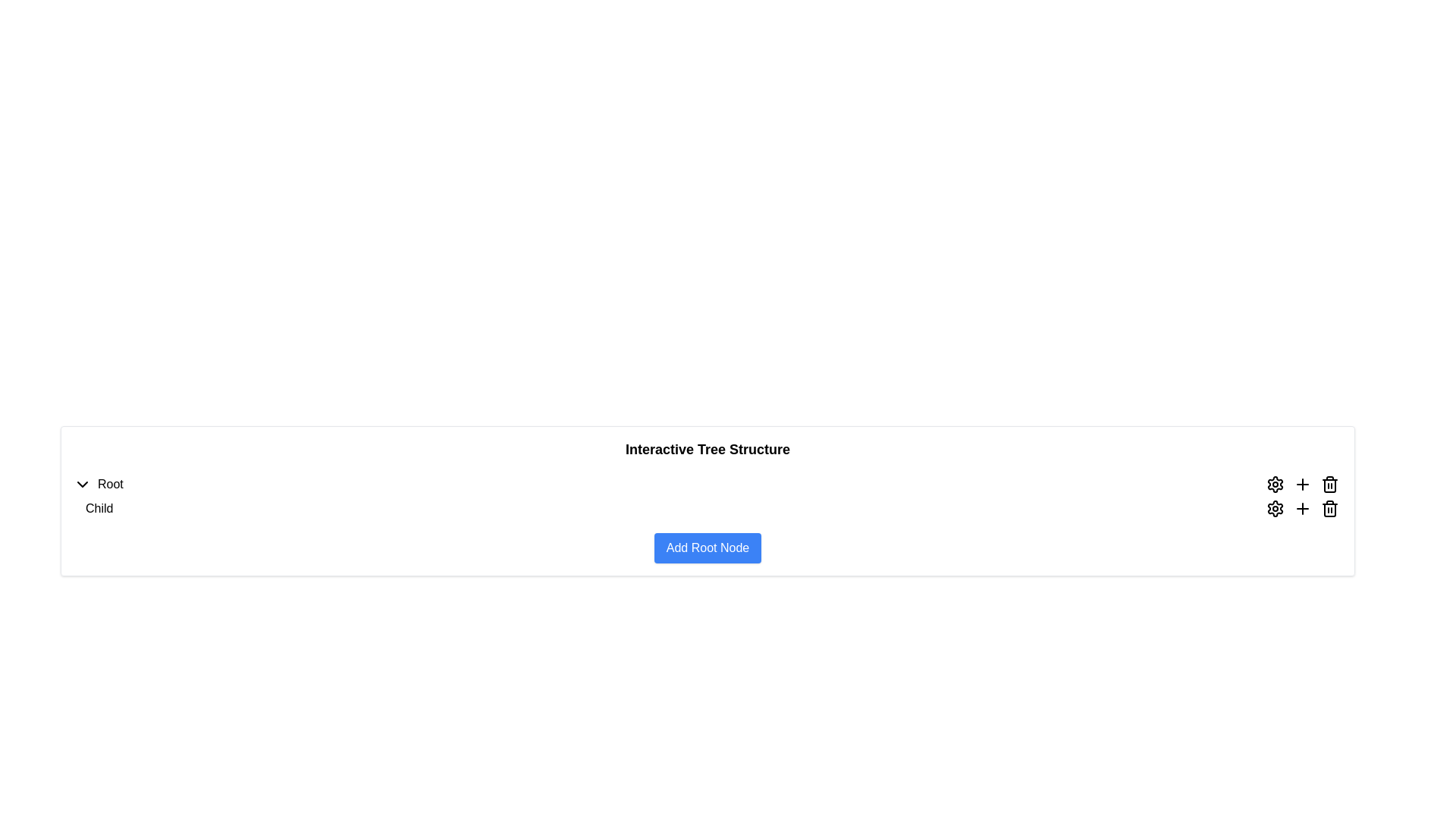 Image resolution: width=1456 pixels, height=819 pixels. What do you see at coordinates (1329, 510) in the screenshot?
I see `the vertical rectangle element that represents the body of the trash can icon, located beneath the rim of the trash can` at bounding box center [1329, 510].